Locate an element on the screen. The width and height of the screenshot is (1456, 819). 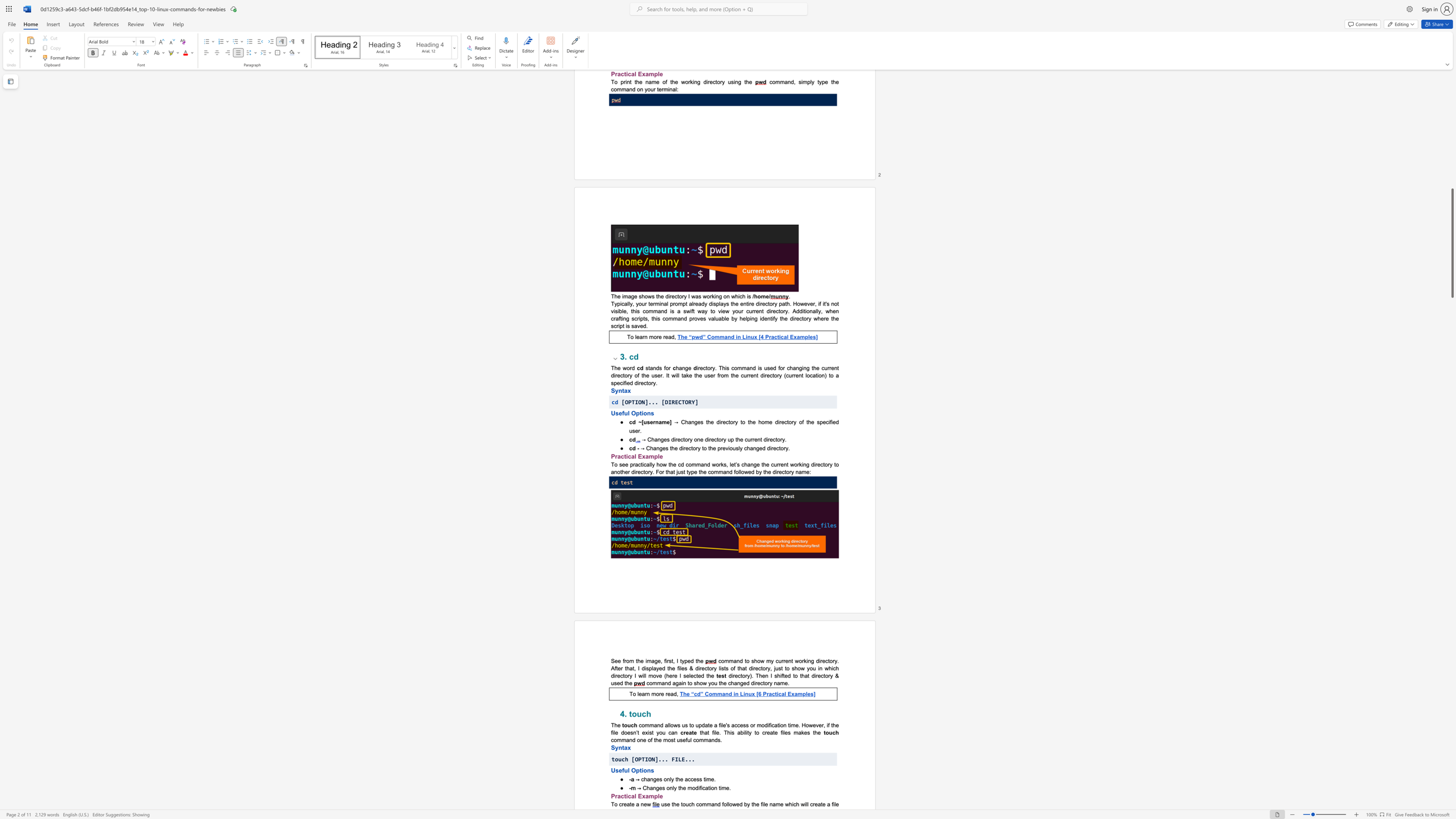
the 1th character "e" in the text is located at coordinates (661, 795).